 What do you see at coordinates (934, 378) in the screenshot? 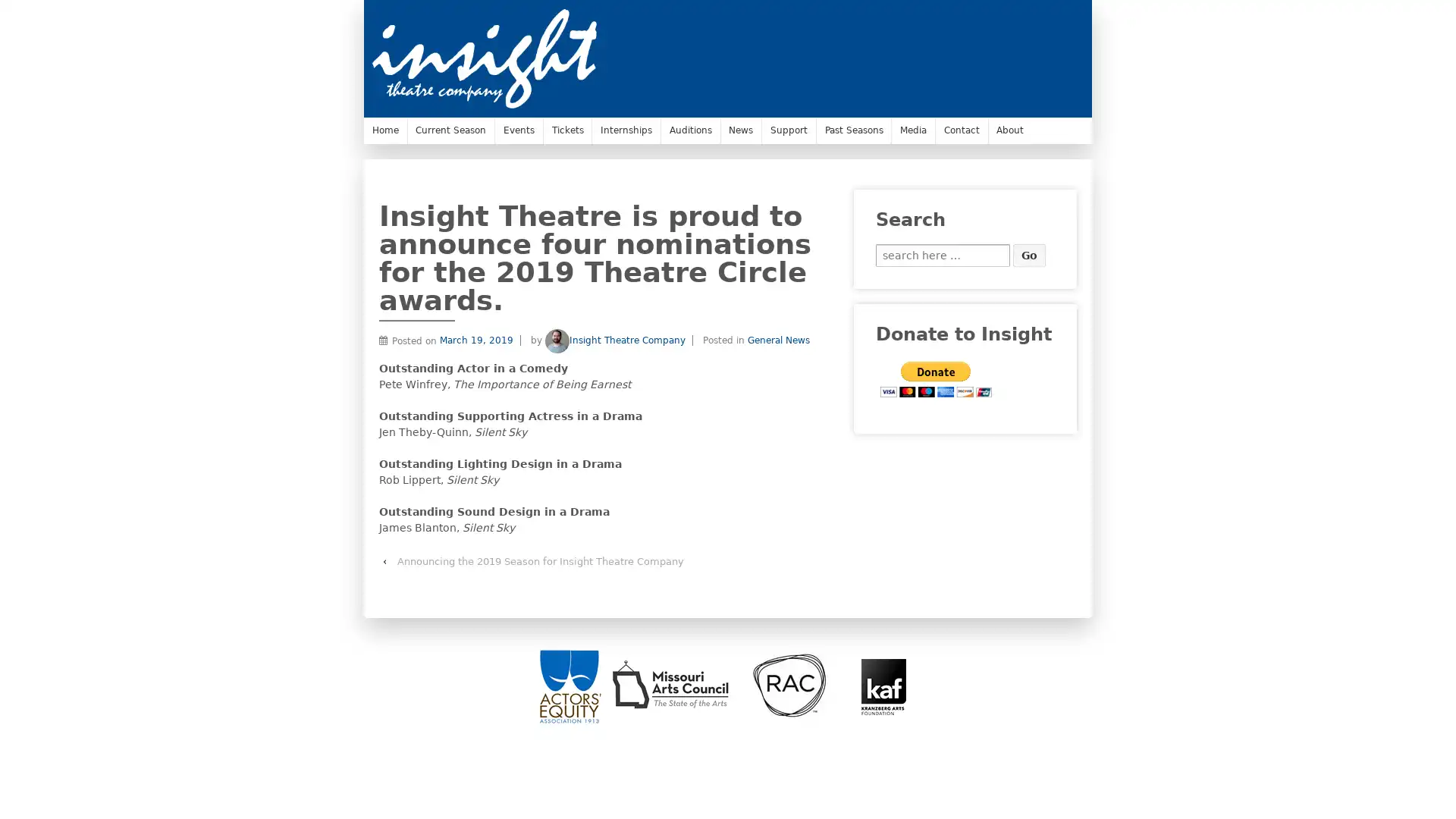
I see `PayPal - The safer, easier way to pay online.` at bounding box center [934, 378].